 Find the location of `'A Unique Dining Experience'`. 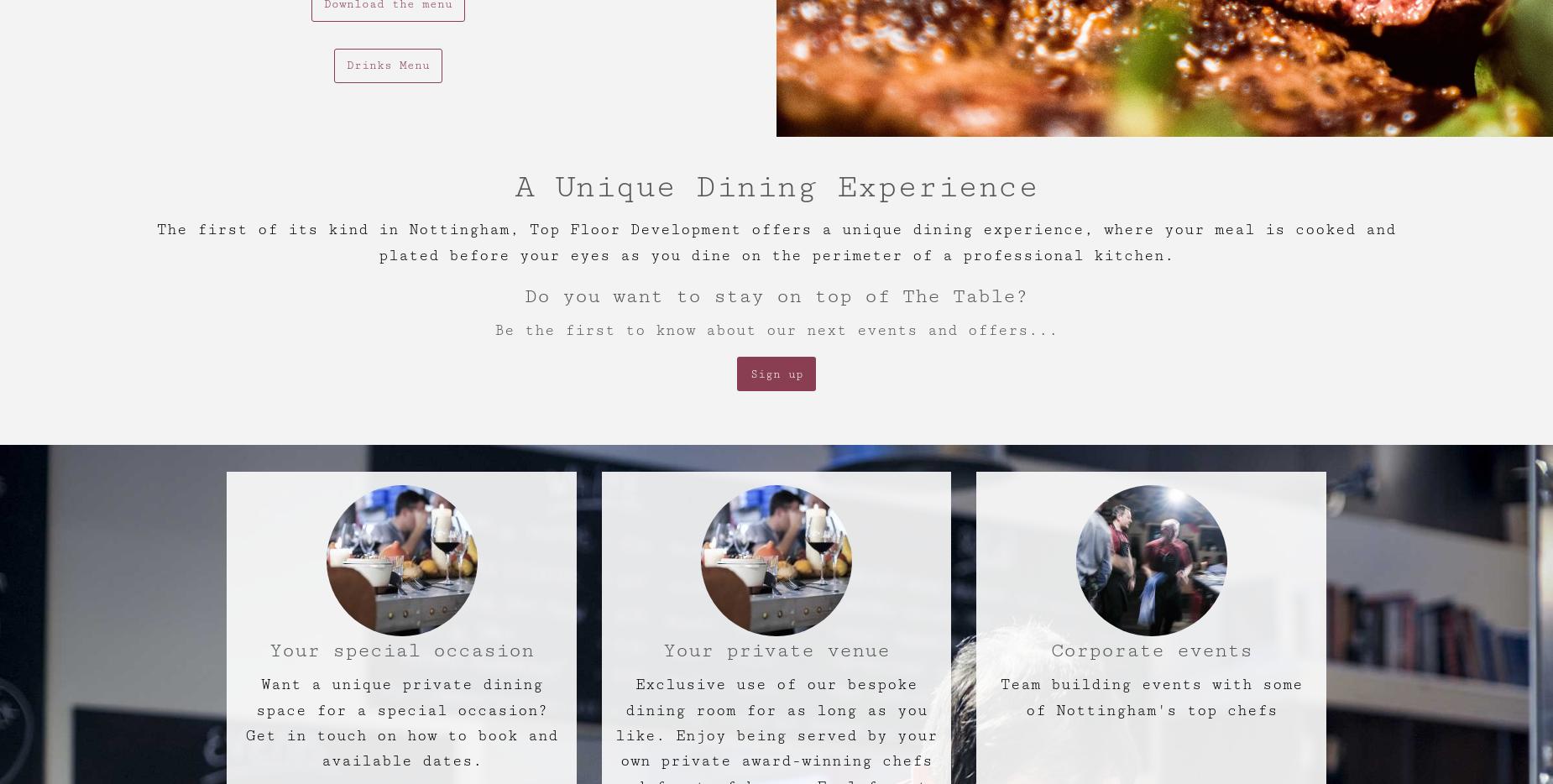

'A Unique Dining Experience' is located at coordinates (776, 186).